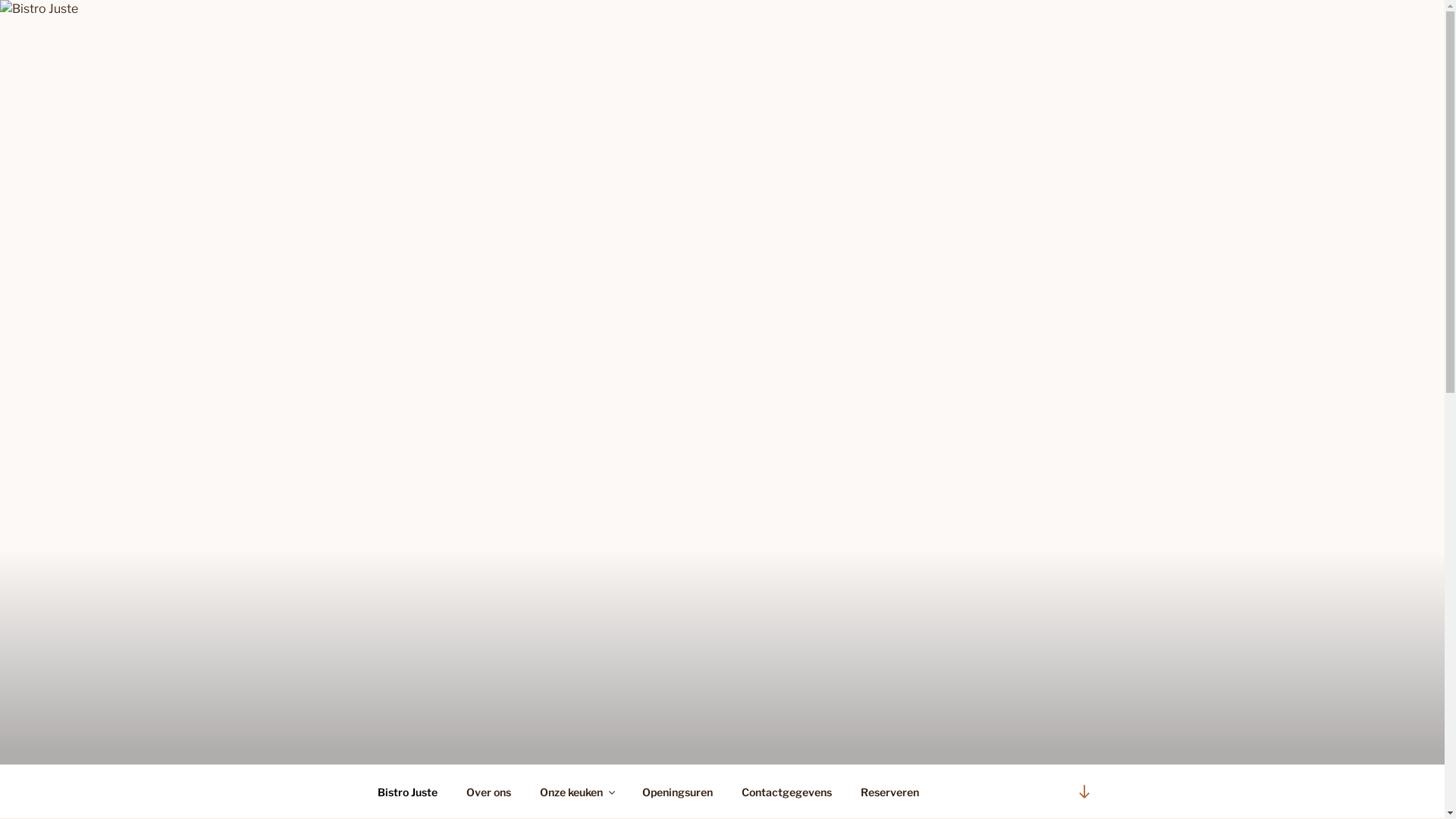 This screenshot has width=1456, height=819. What do you see at coordinates (786, 791) in the screenshot?
I see `'Contactgegevens'` at bounding box center [786, 791].